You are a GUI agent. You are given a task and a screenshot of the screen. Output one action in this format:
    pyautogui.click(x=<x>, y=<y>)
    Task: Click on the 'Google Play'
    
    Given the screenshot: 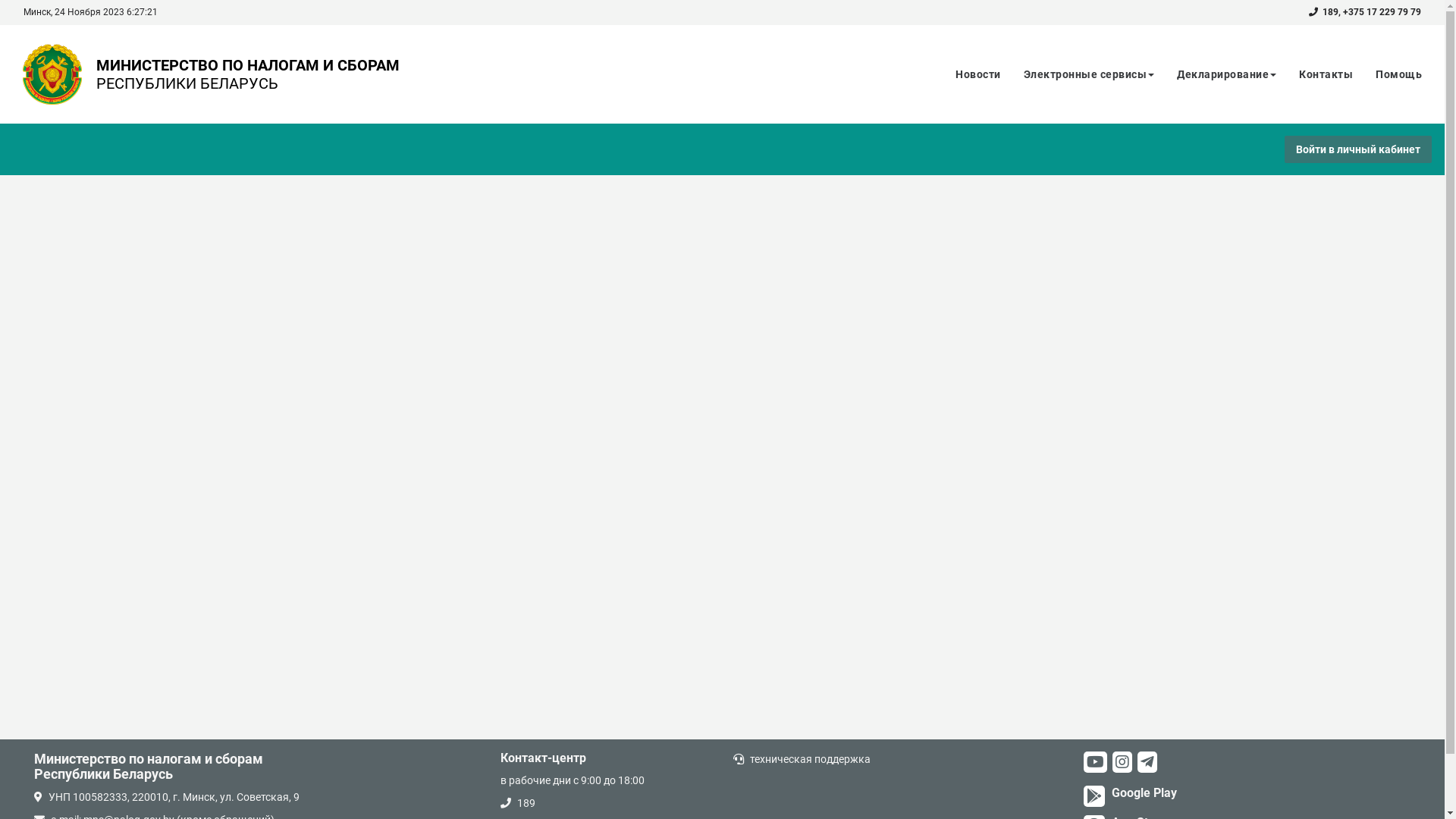 What is the action you would take?
    pyautogui.click(x=1141, y=797)
    